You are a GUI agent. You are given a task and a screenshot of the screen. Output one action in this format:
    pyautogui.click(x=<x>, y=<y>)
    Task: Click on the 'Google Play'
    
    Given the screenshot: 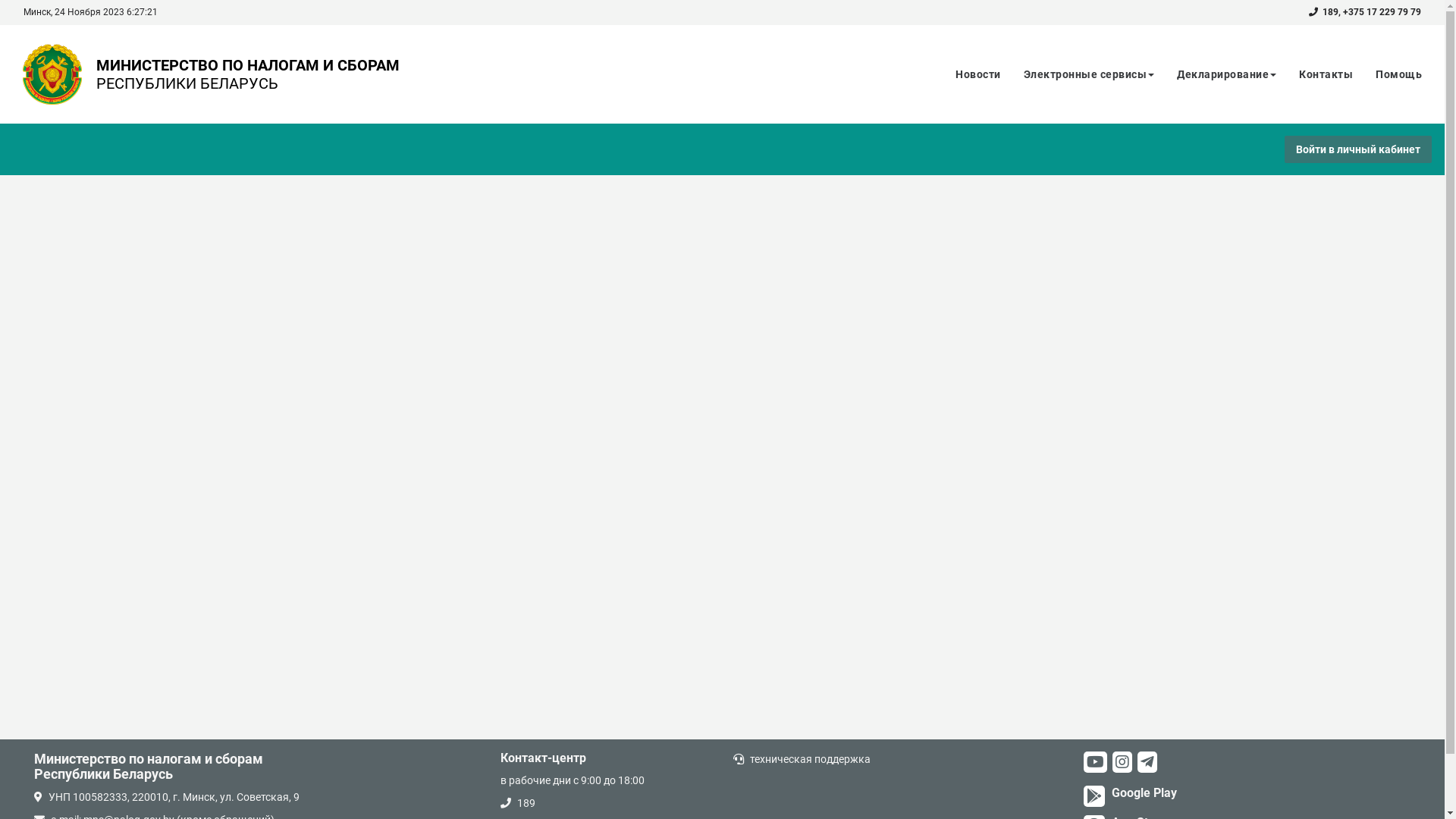 What is the action you would take?
    pyautogui.click(x=1141, y=797)
    